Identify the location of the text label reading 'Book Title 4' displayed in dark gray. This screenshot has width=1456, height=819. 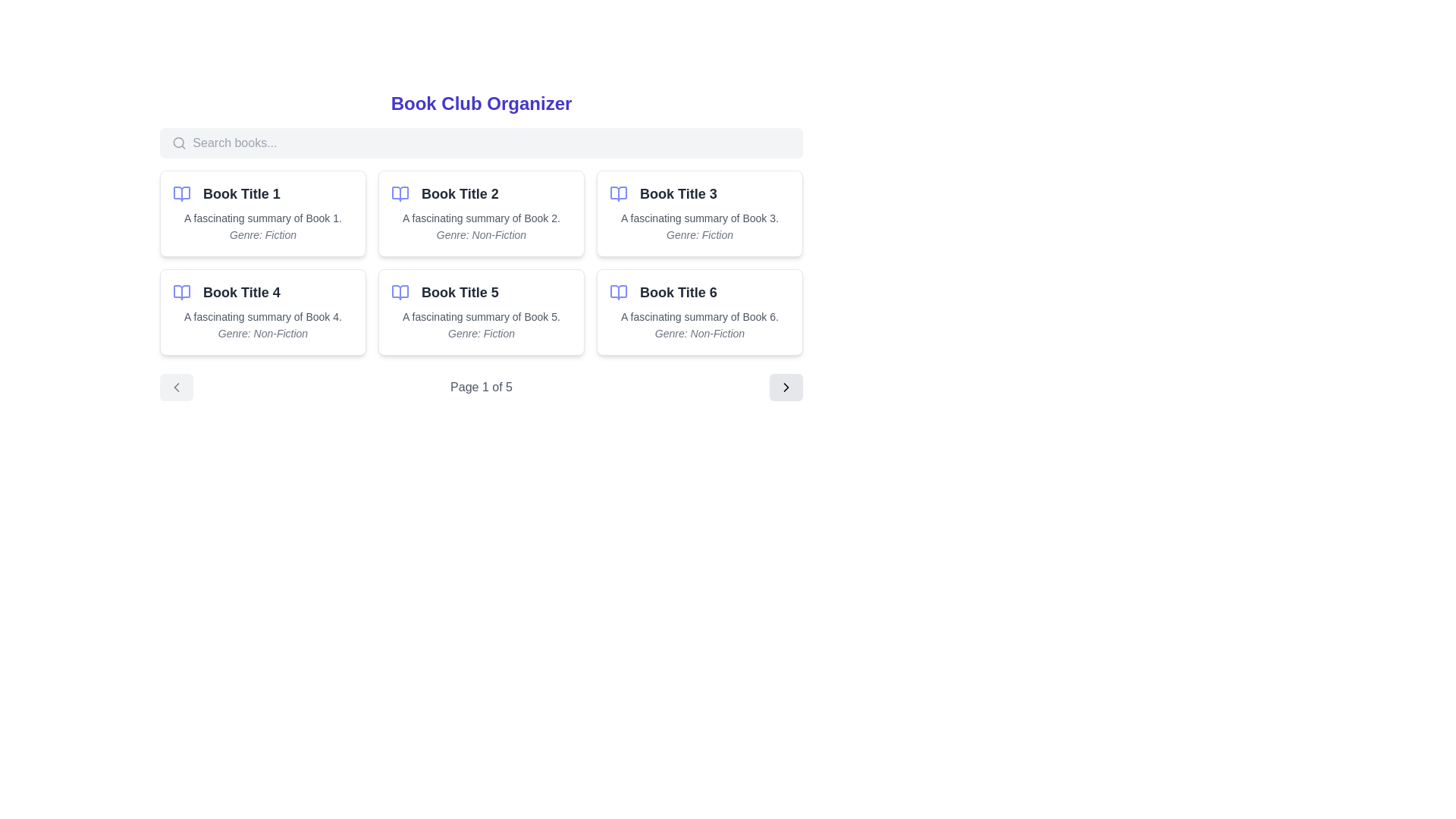
(240, 292).